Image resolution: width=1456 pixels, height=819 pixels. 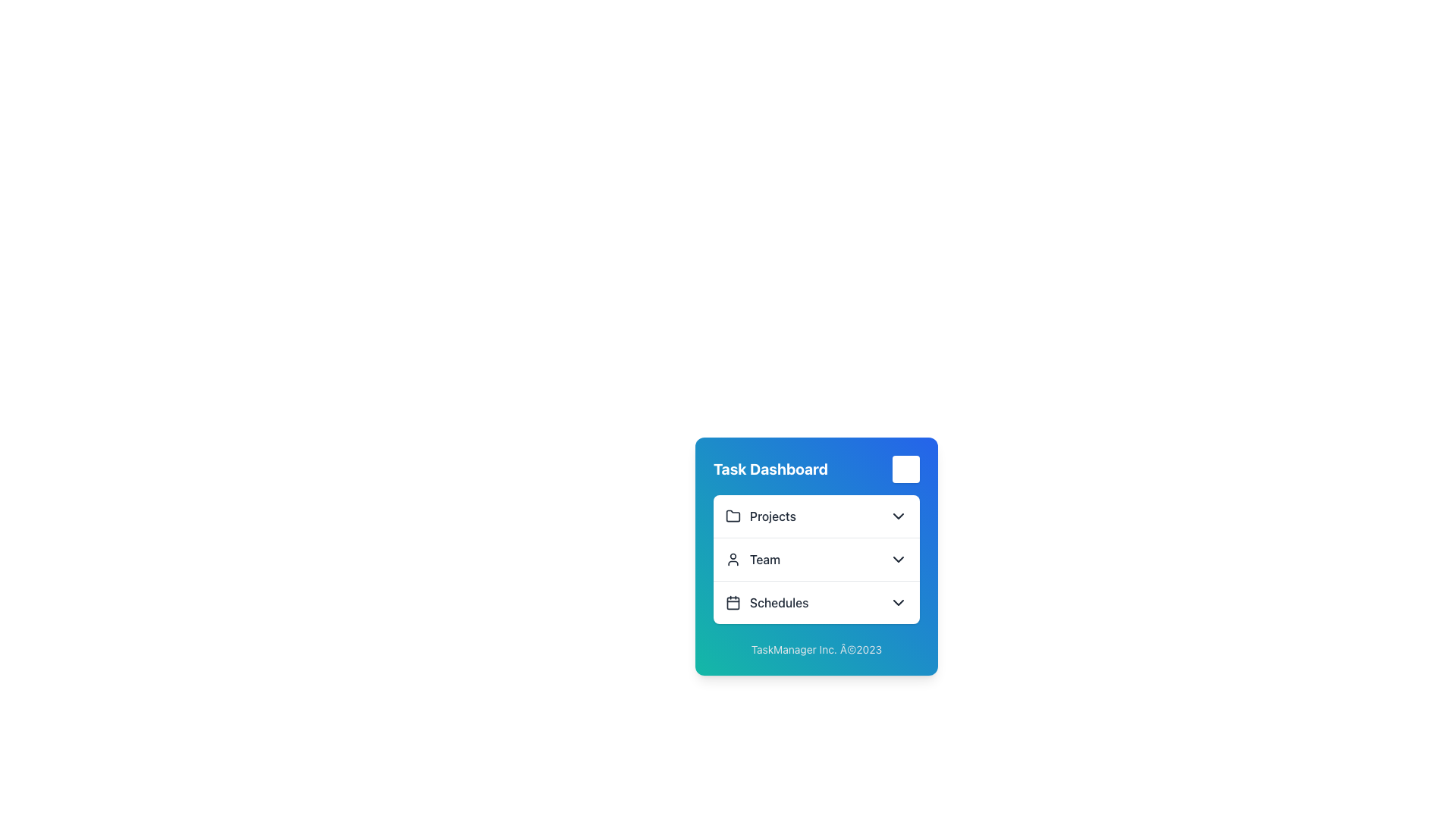 I want to click on text label indicating the 'Projects' section, which is located in the second row of the menu, to the right of the folder icon and below the 'Task Dashboard' title, so click(x=773, y=516).